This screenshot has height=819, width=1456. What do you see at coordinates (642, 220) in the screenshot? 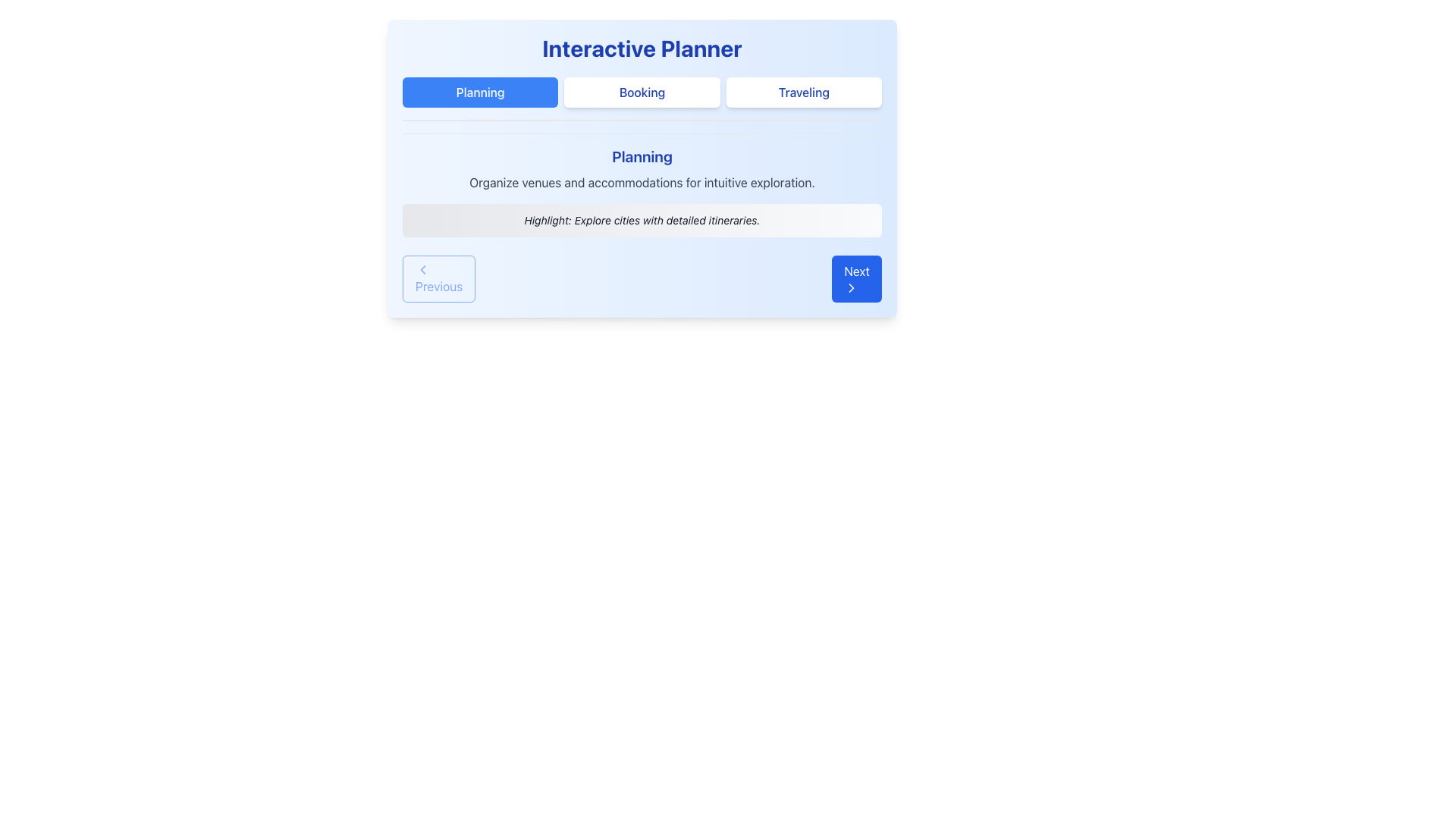
I see `text from the small, italicized dark gray text label that says 'Highlight: Explore cities with detailed itineraries.'` at bounding box center [642, 220].